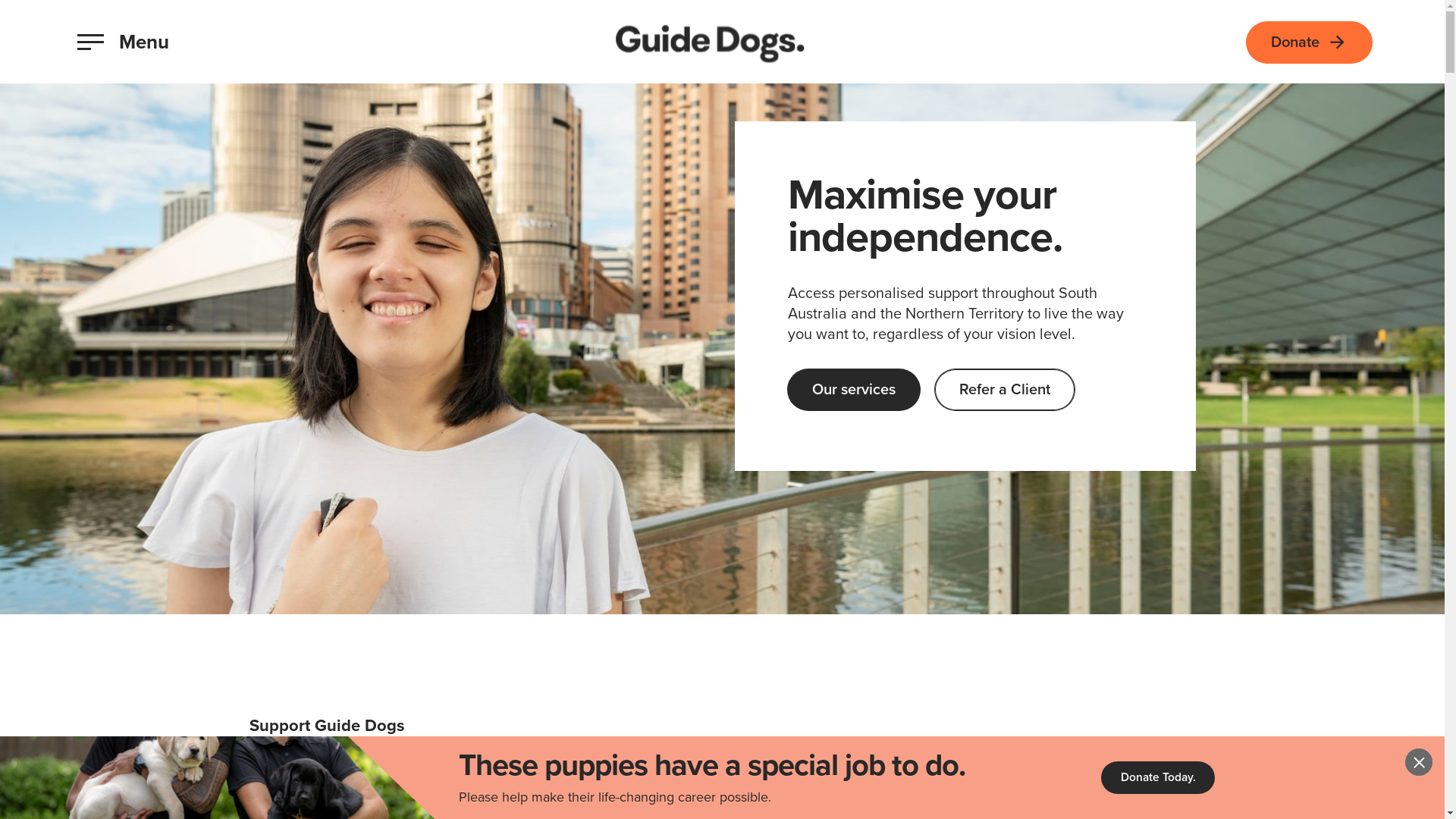 This screenshot has height=819, width=1456. Describe the element at coordinates (123, 42) in the screenshot. I see `'Menu'` at that location.